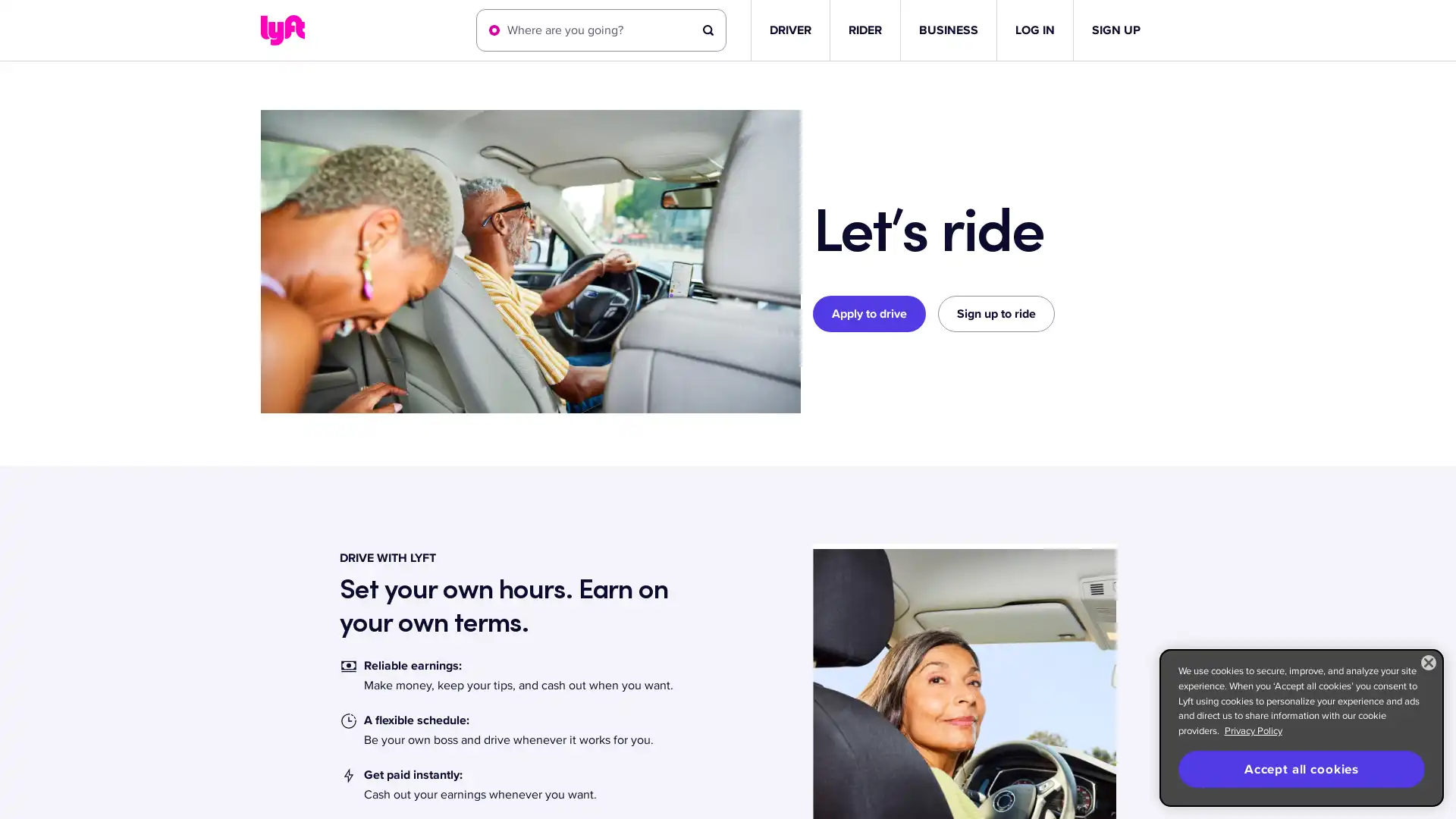 The image size is (1456, 819). I want to click on Home link, so click(282, 30).